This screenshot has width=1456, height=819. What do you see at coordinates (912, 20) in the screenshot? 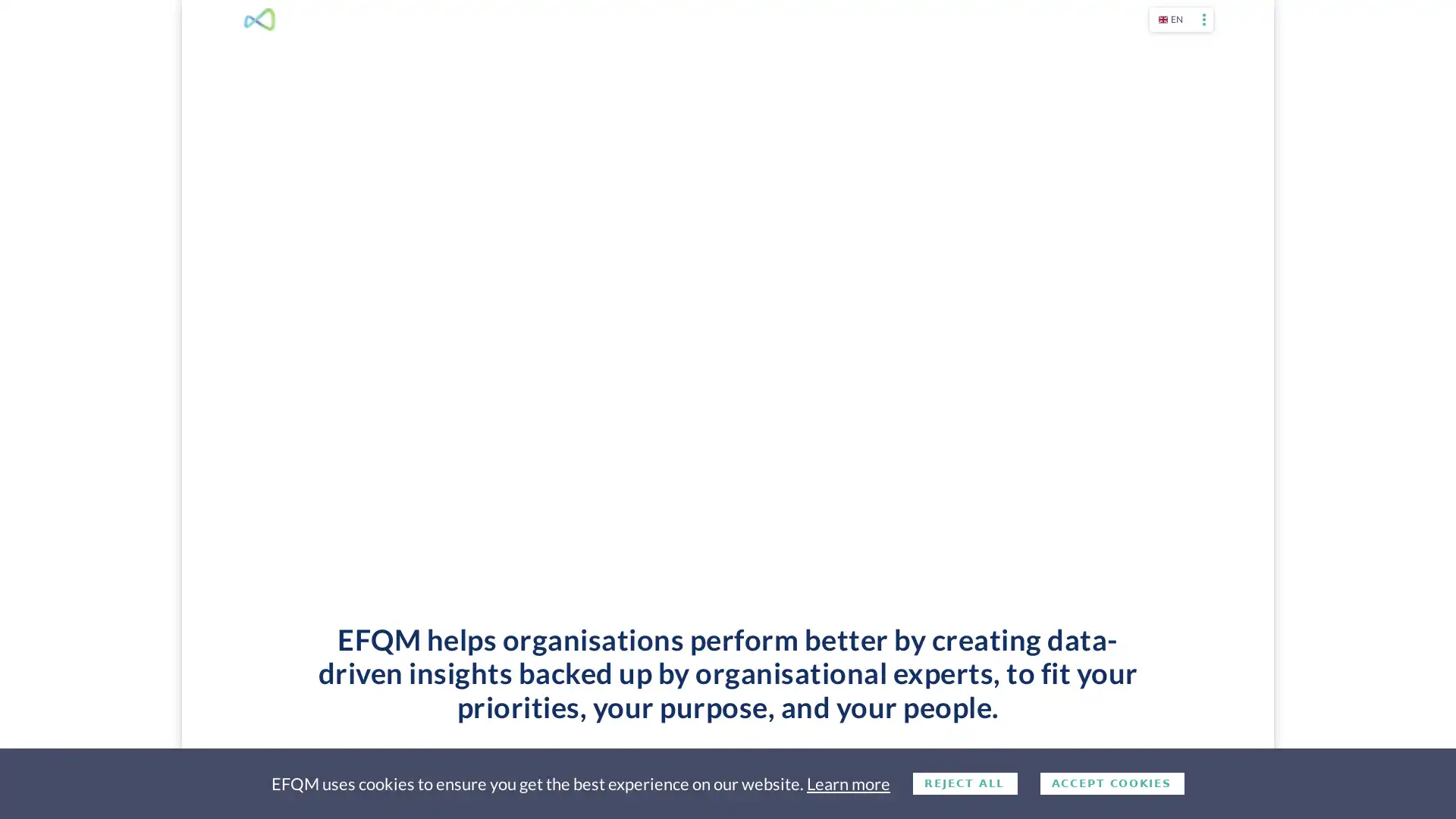
I see `NEWS` at bounding box center [912, 20].